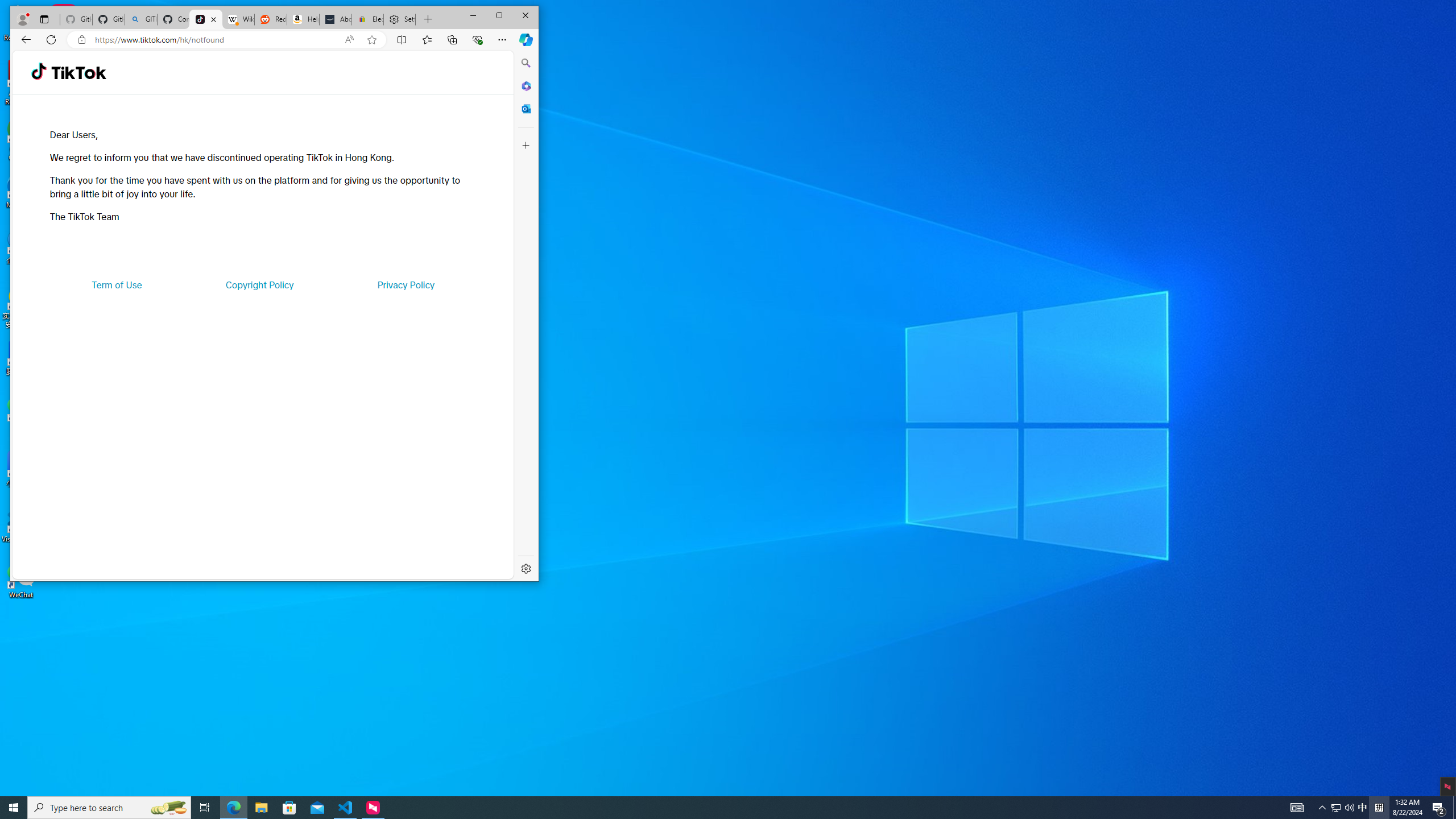  I want to click on 'Show desktop', so click(1454, 806).